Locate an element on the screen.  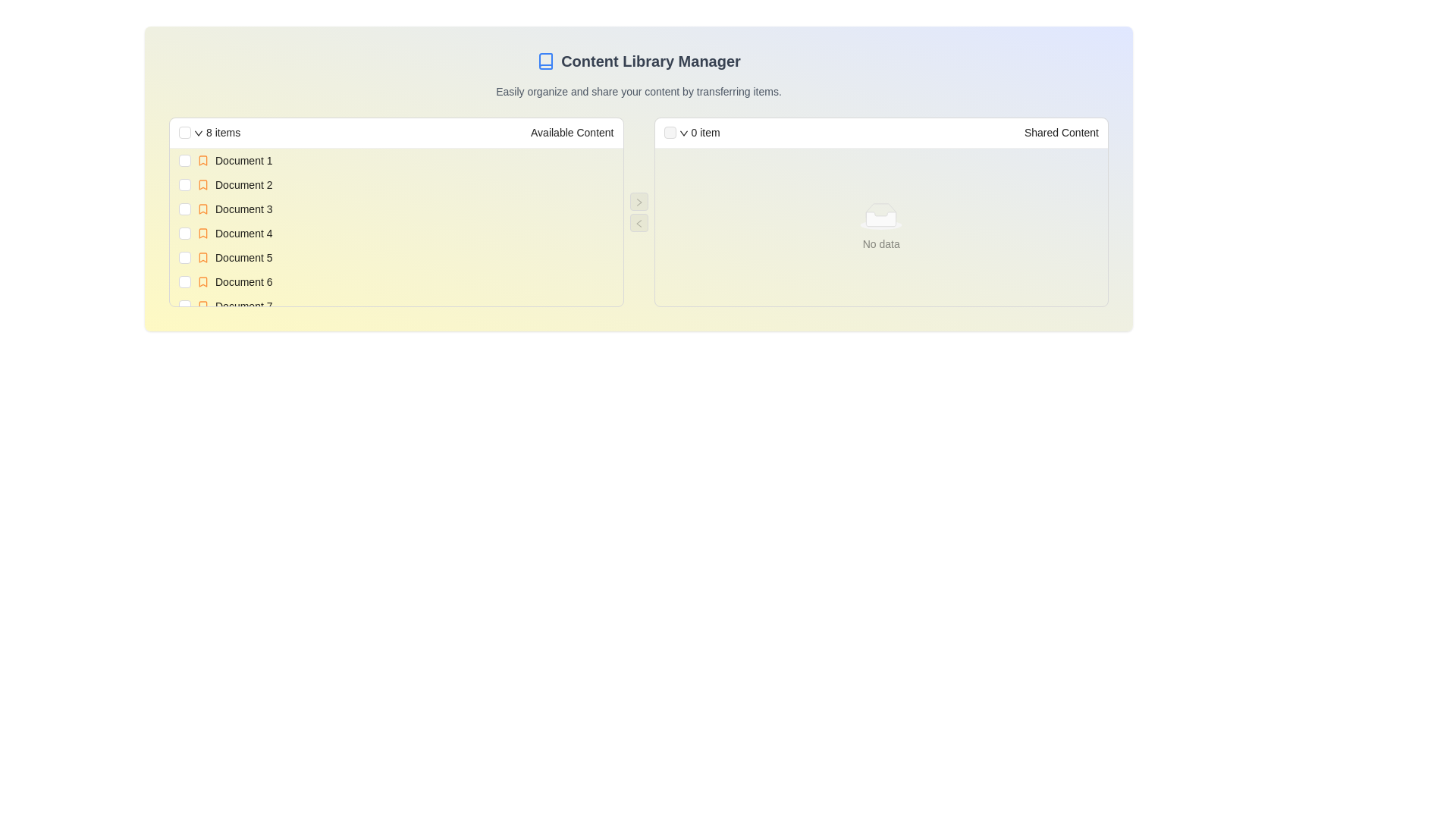
the checkbox for the list item titled 'Document 6' in the 'Available Content' section is located at coordinates (396, 281).